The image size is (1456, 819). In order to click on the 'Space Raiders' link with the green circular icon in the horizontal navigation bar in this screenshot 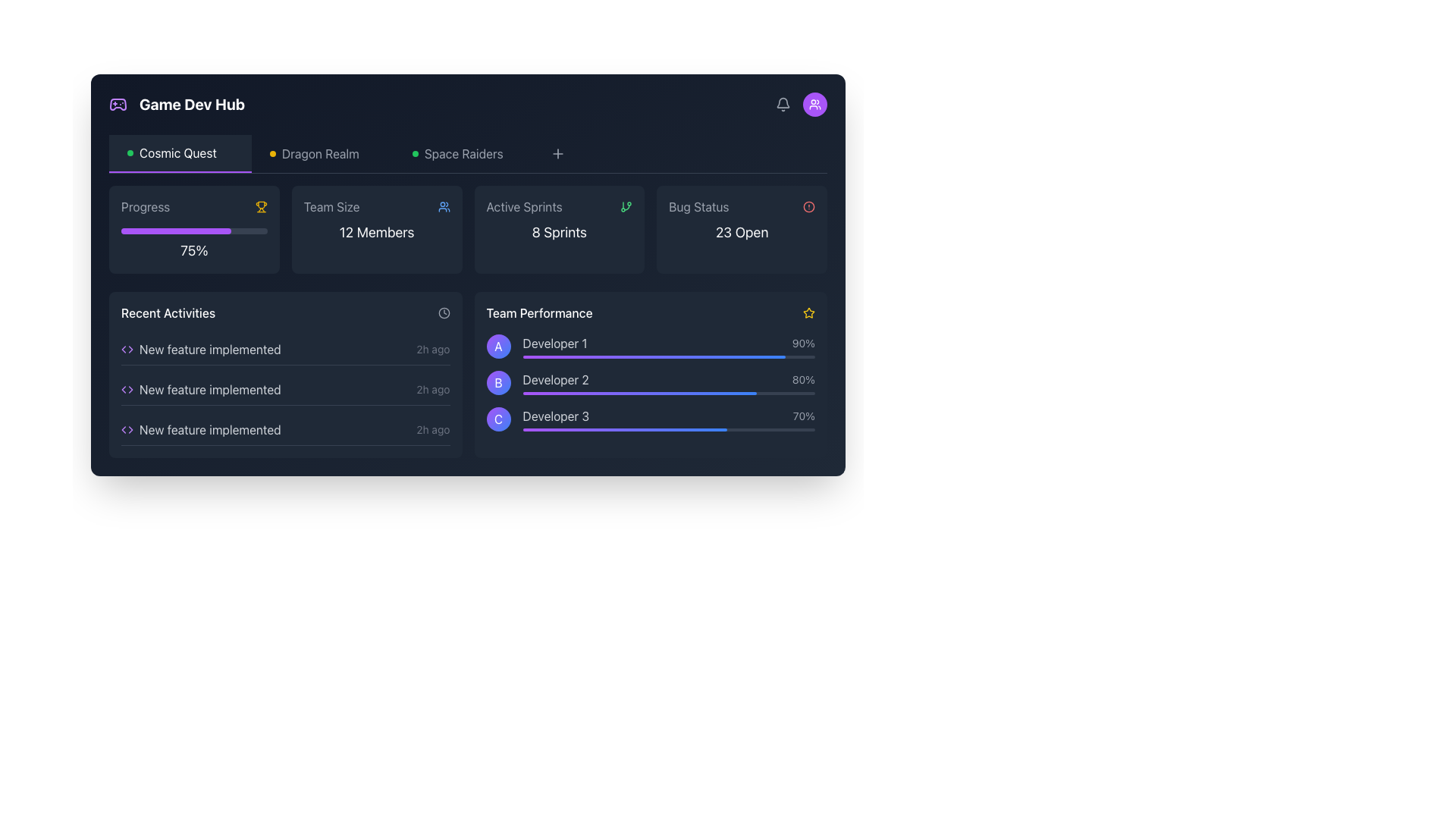, I will do `click(457, 154)`.